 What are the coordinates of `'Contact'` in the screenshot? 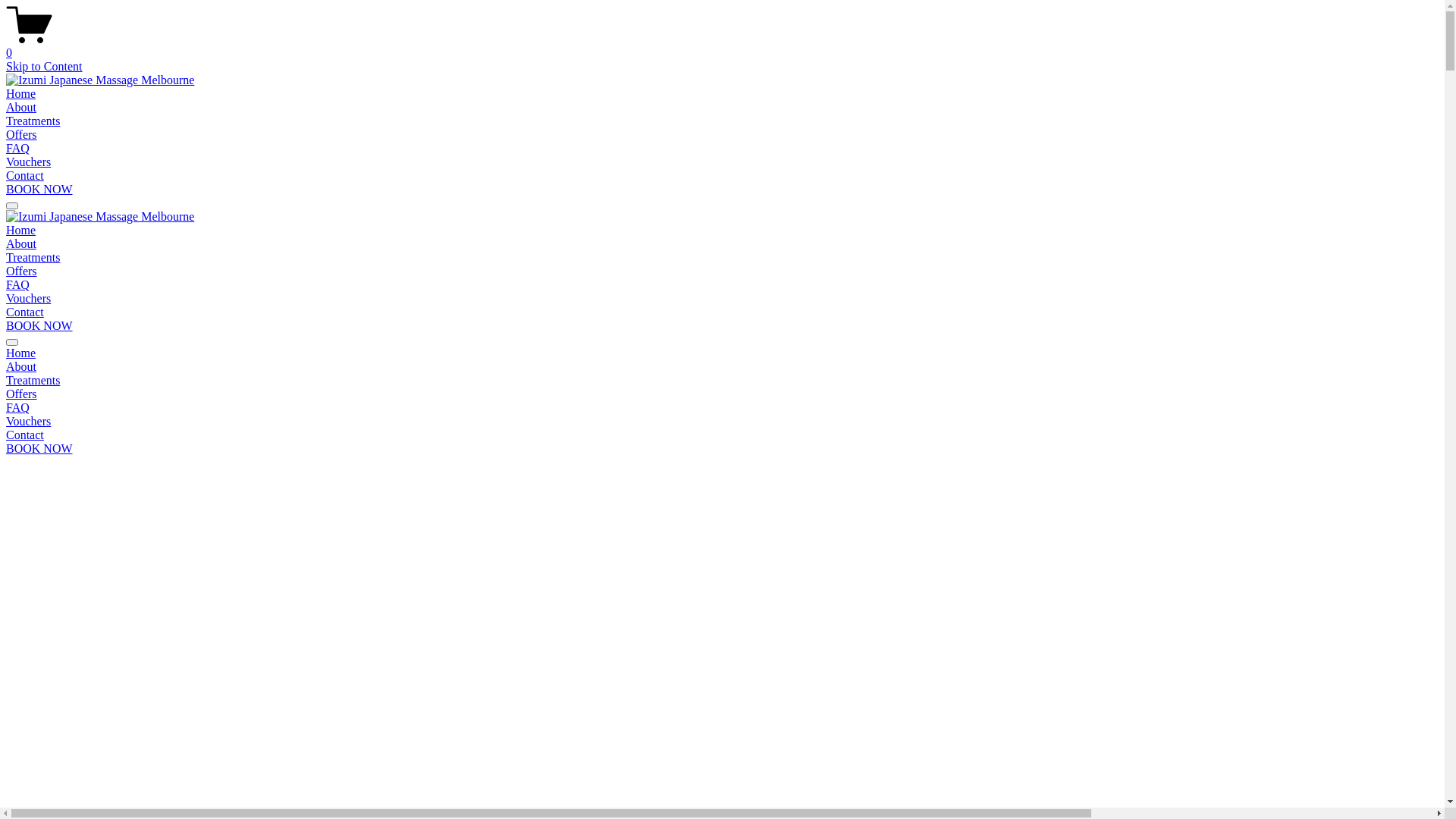 It's located at (6, 435).